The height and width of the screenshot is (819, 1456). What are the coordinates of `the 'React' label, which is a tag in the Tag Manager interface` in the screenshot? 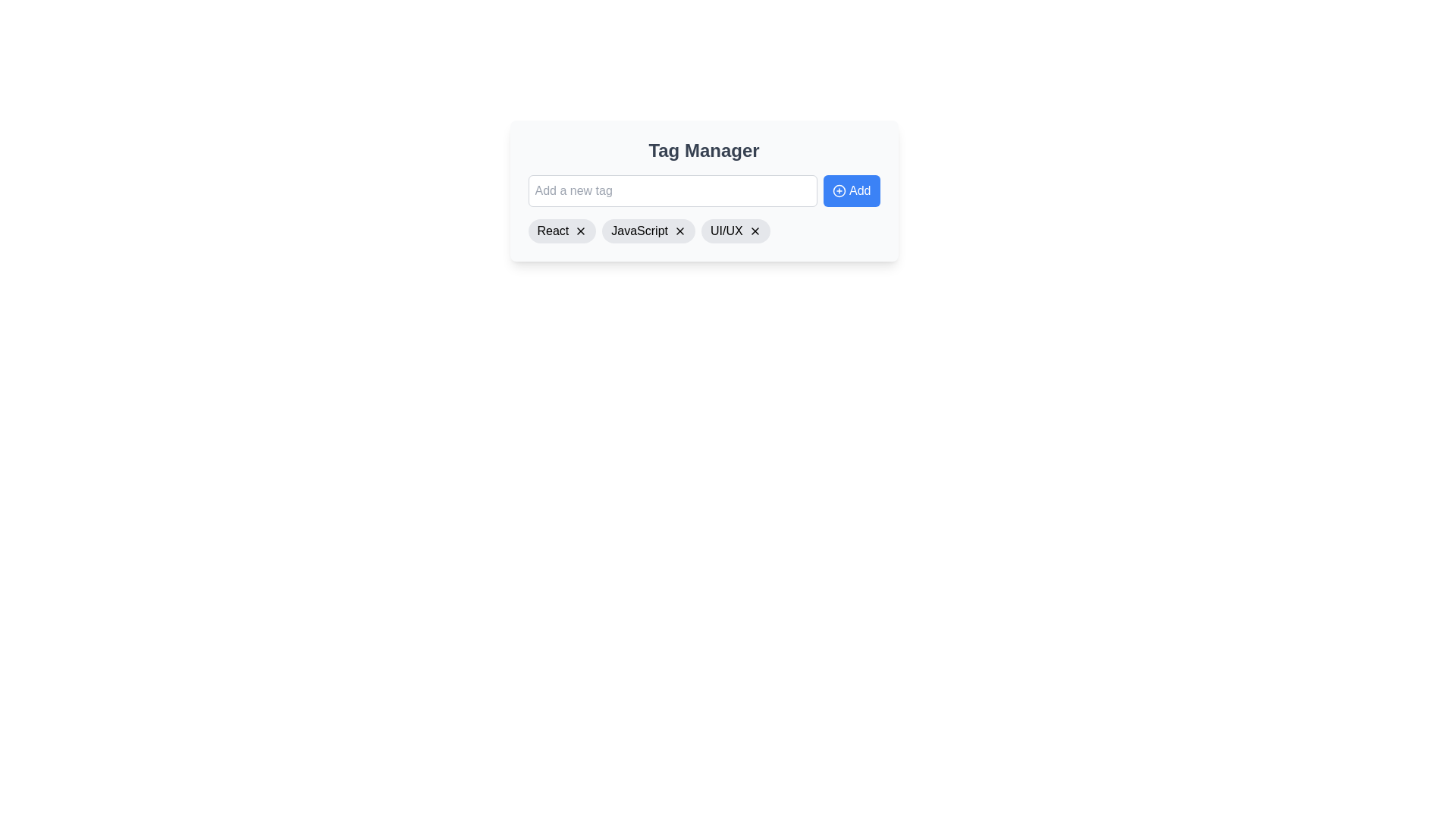 It's located at (552, 231).